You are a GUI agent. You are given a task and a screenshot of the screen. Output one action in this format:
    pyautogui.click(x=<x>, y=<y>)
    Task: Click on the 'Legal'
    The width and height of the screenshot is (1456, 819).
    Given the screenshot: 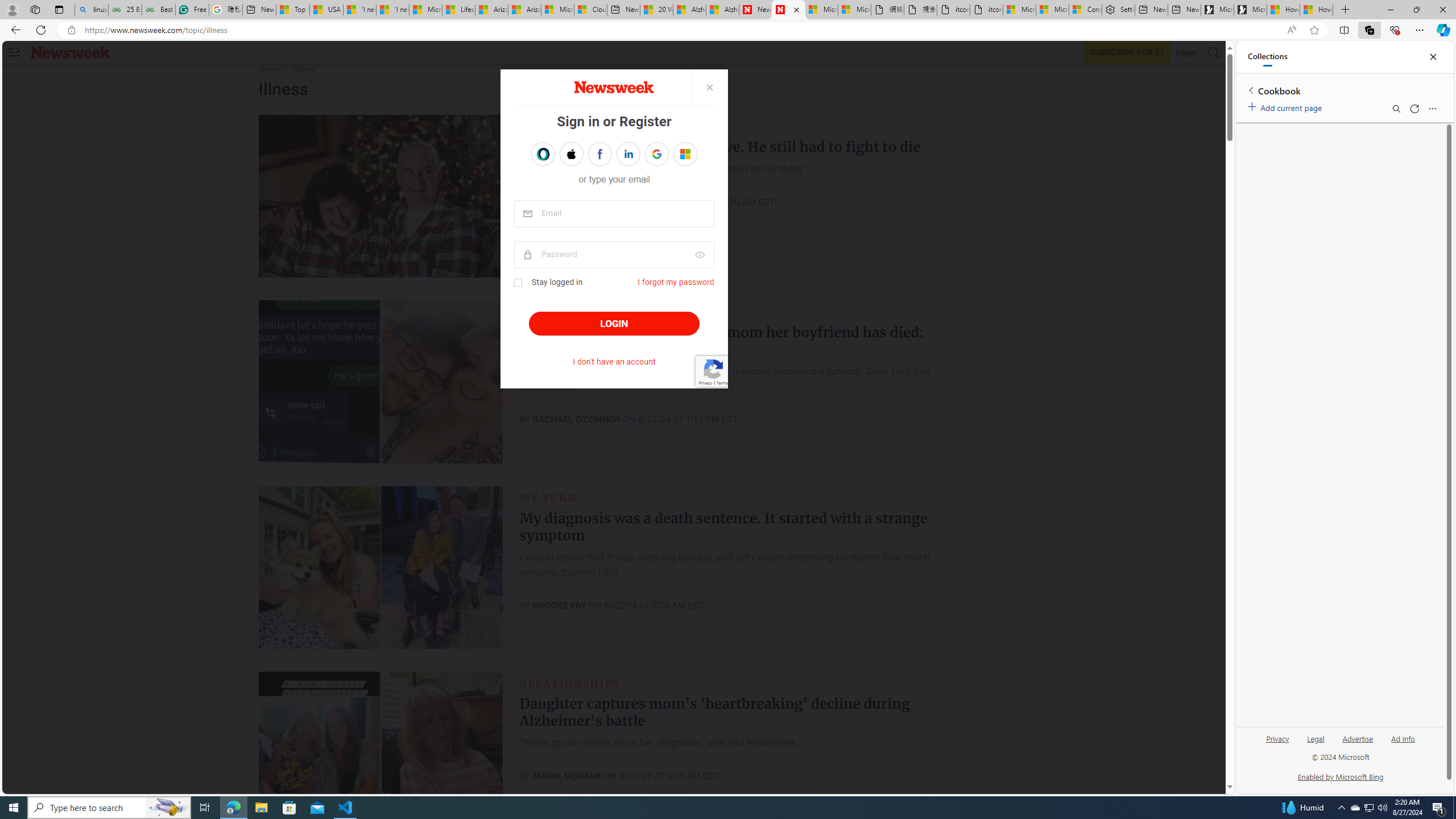 What is the action you would take?
    pyautogui.click(x=1316, y=738)
    